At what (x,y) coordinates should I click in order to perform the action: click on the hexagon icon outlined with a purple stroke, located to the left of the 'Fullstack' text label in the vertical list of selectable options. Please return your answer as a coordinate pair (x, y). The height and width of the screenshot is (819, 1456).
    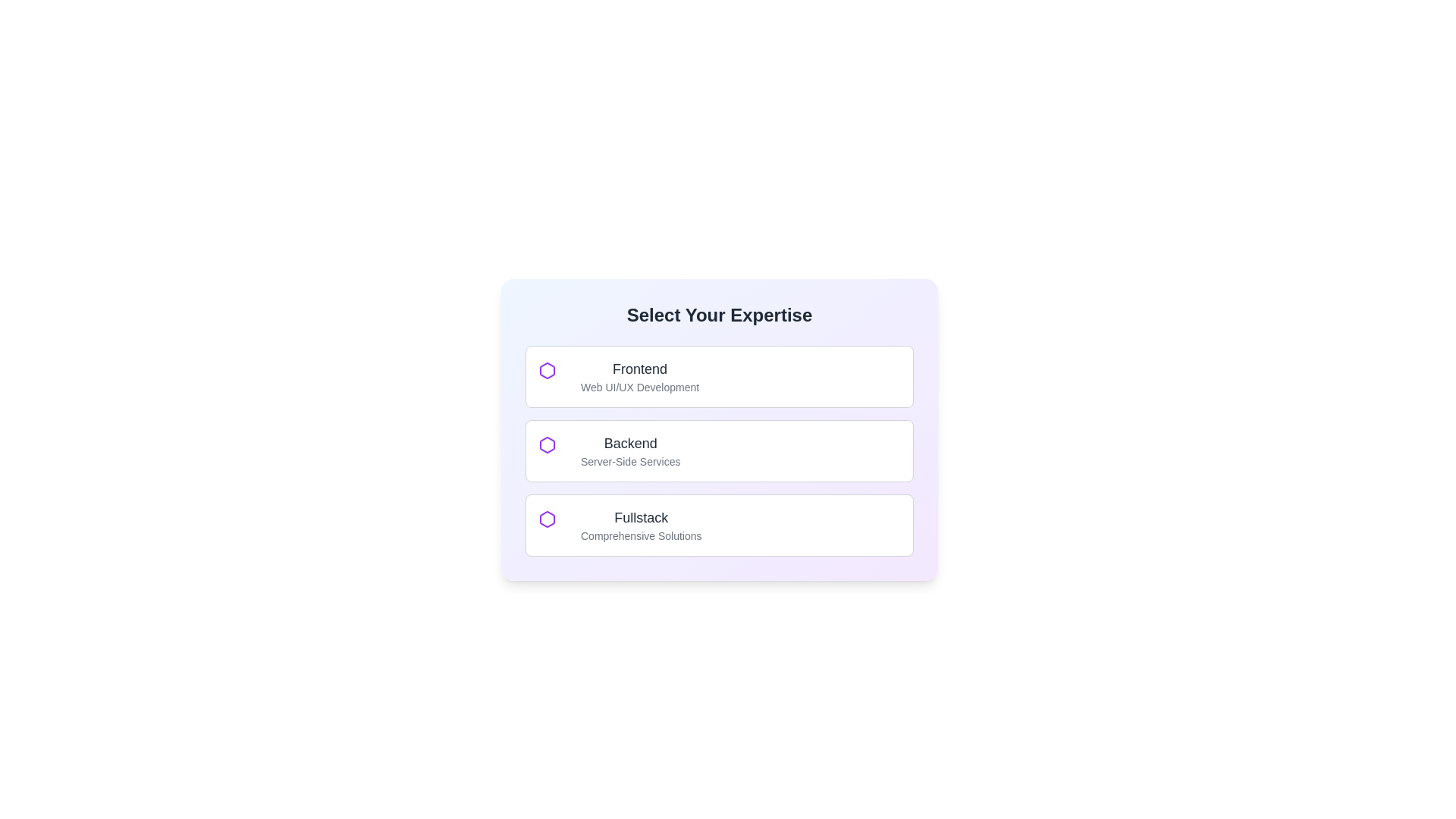
    Looking at the image, I should click on (546, 519).